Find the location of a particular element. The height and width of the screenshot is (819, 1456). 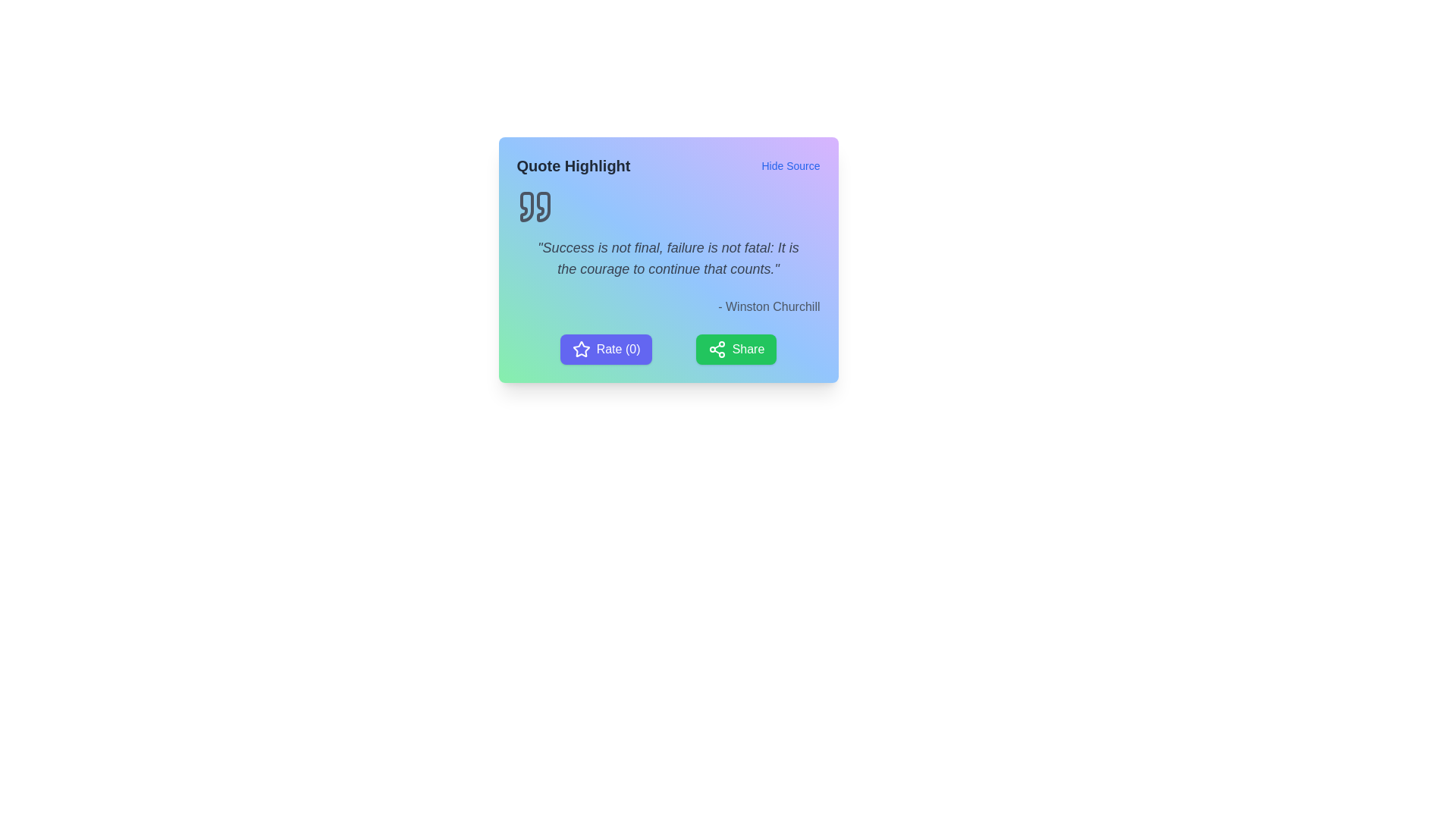

the decorative icon located at the top-left corner of the quoted text card, which emphasizes the beginning of a quote is located at coordinates (535, 207).